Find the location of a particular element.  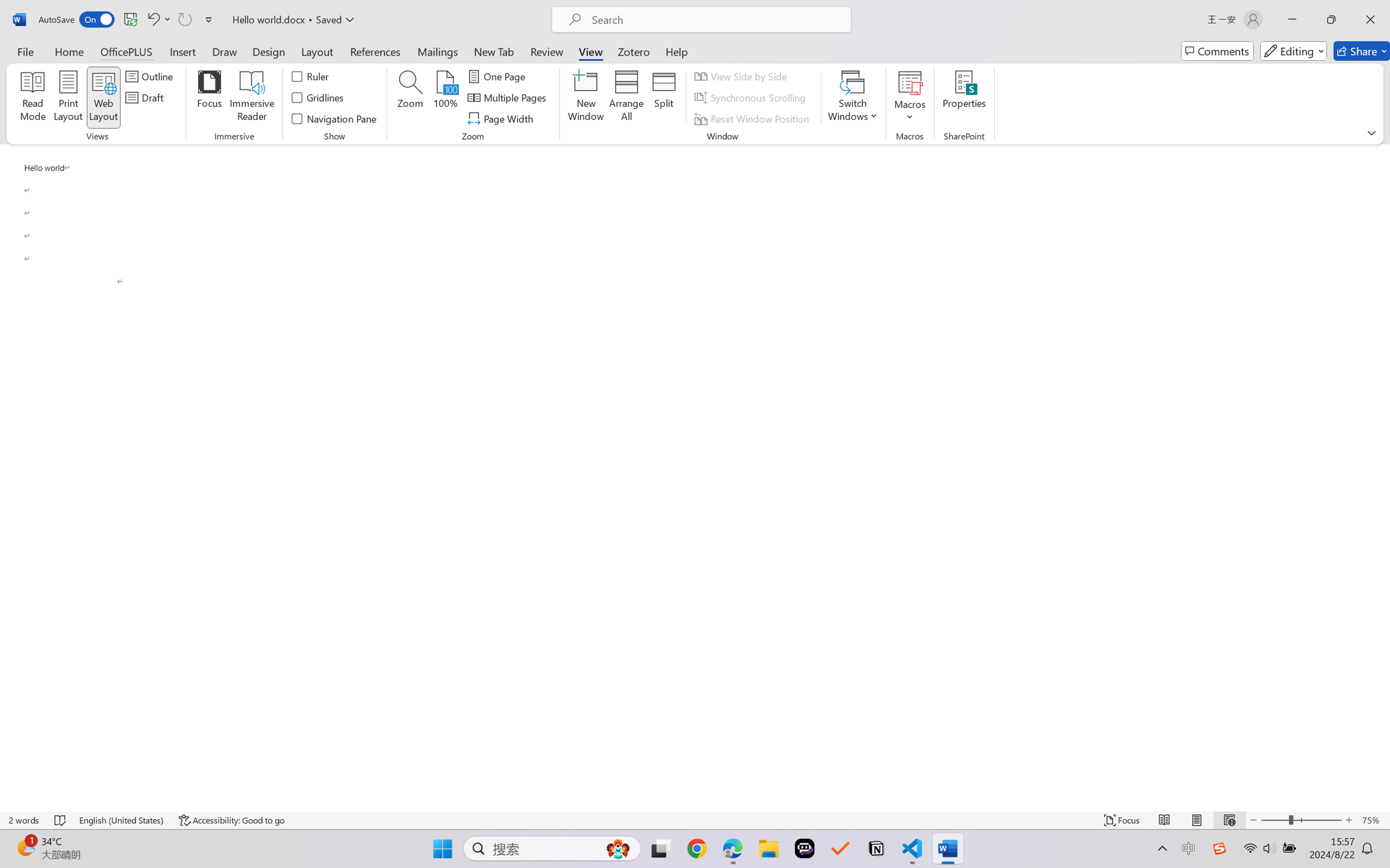

'One Page' is located at coordinates (497, 75).